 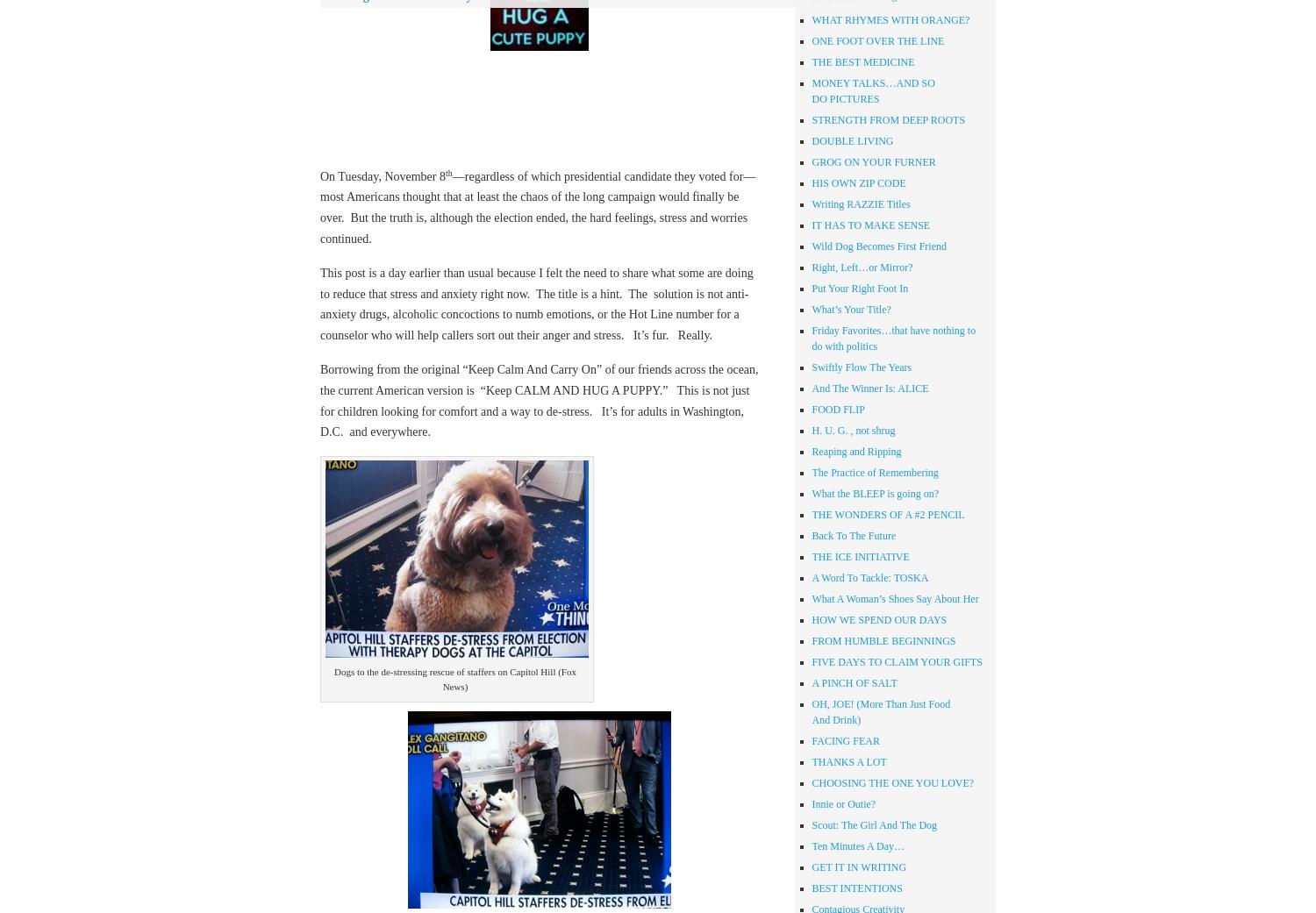 I want to click on 'Put Your Right Foot In', so click(x=858, y=288).